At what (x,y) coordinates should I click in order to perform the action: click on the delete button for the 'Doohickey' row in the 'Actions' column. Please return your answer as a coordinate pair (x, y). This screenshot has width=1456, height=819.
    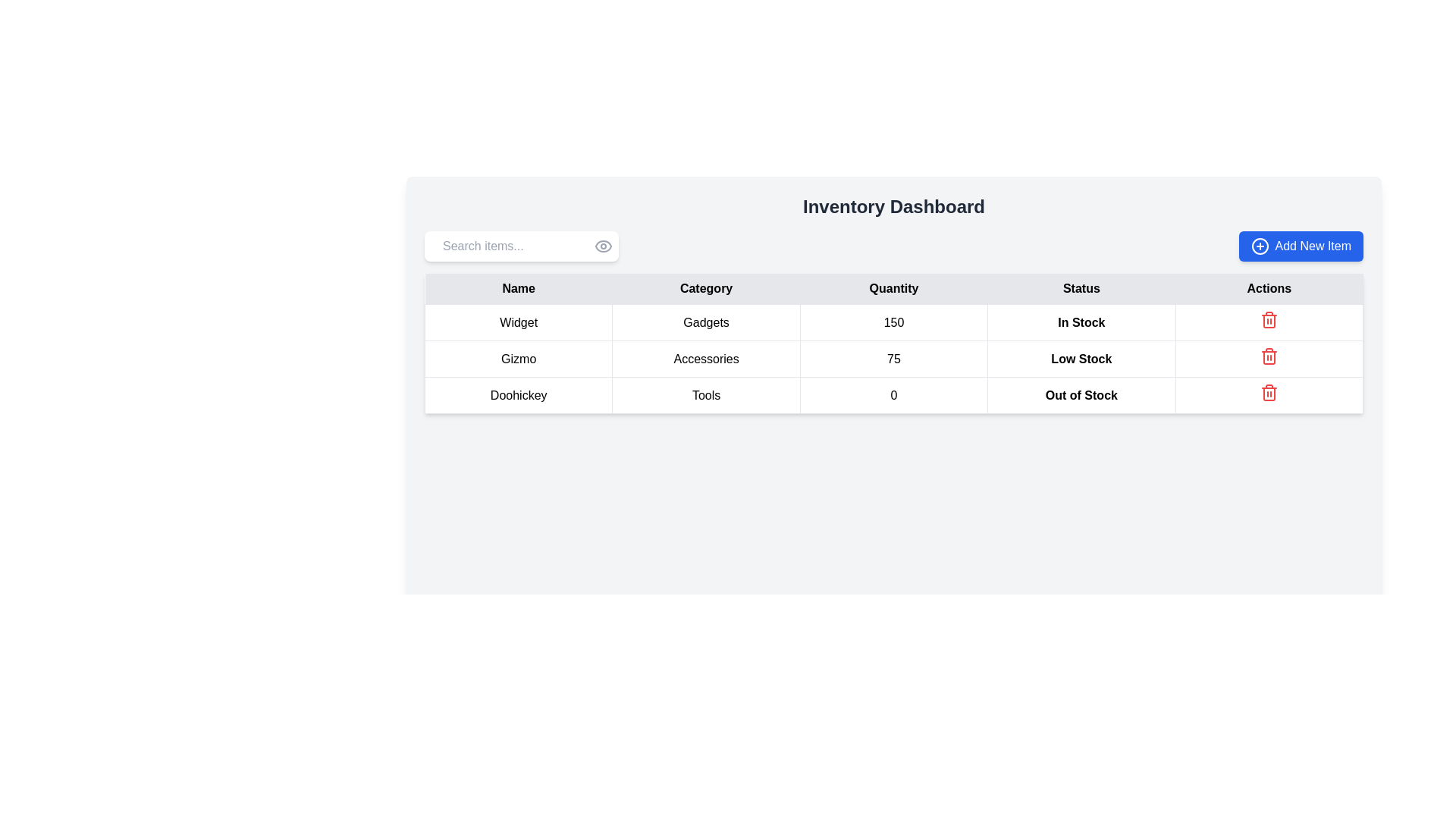
    Looking at the image, I should click on (1269, 356).